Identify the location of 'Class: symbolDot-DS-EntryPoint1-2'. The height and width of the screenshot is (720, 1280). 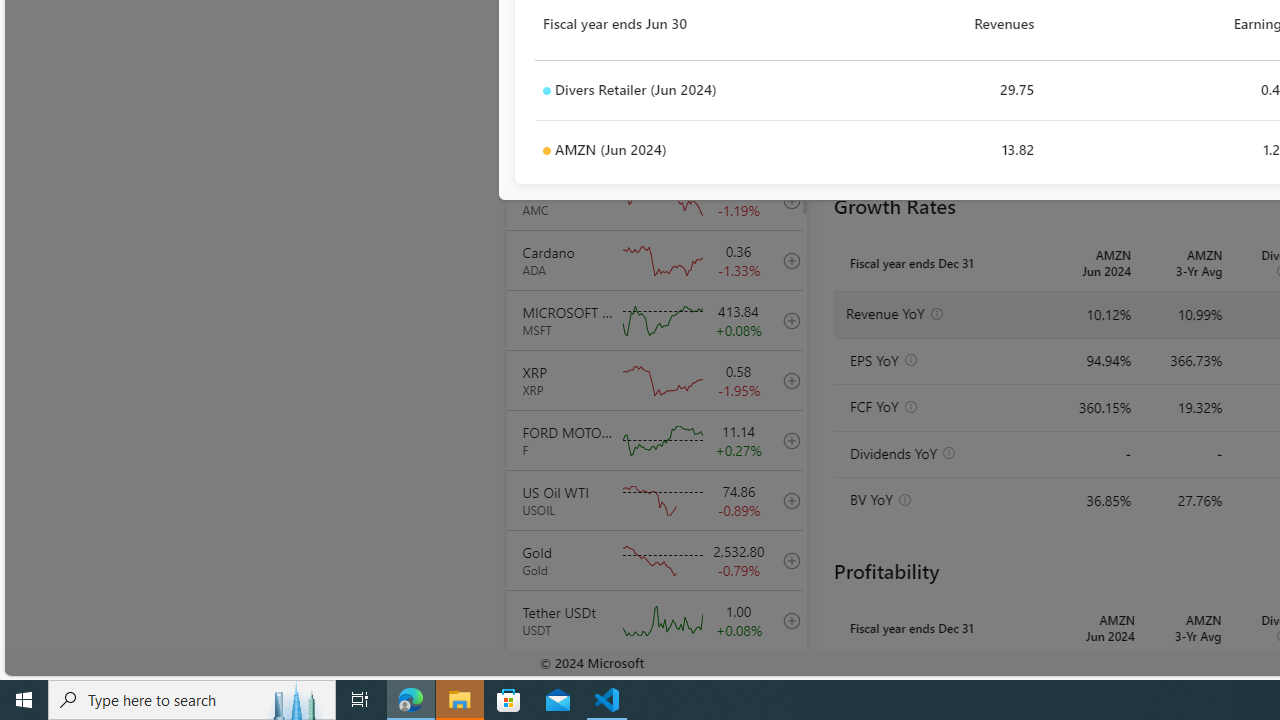
(546, 150).